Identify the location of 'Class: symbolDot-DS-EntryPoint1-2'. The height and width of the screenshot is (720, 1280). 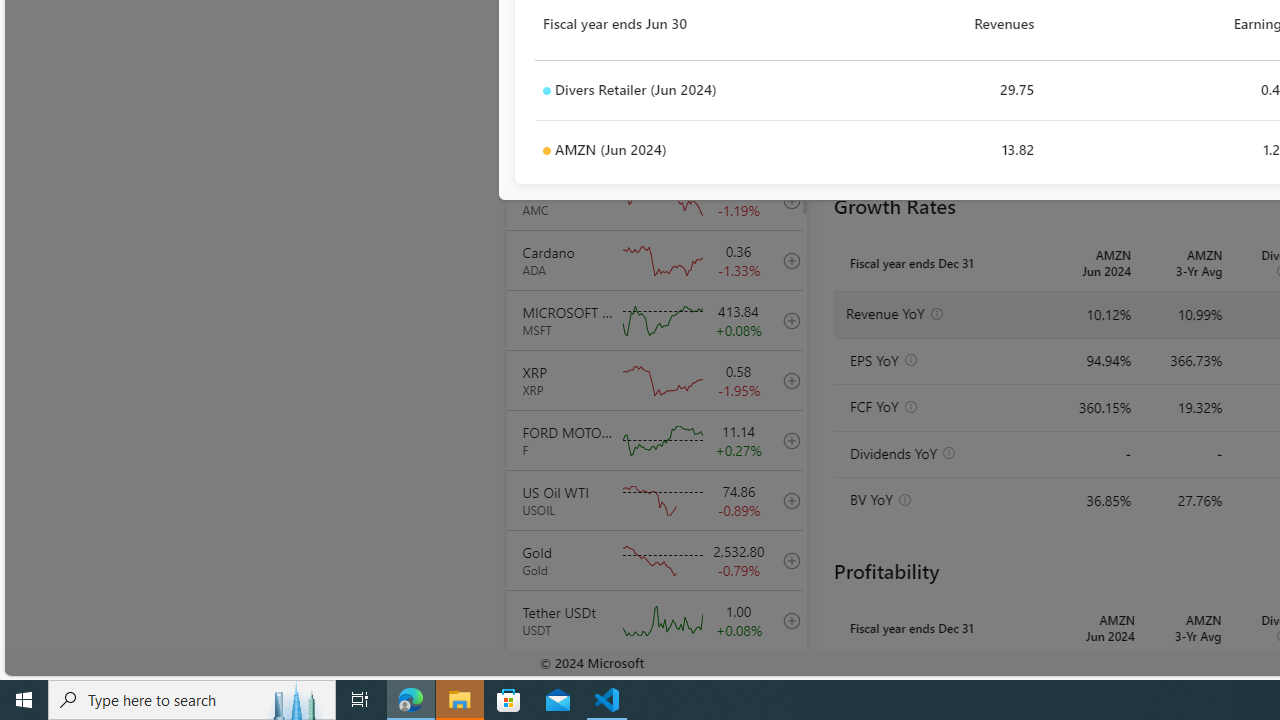
(546, 150).